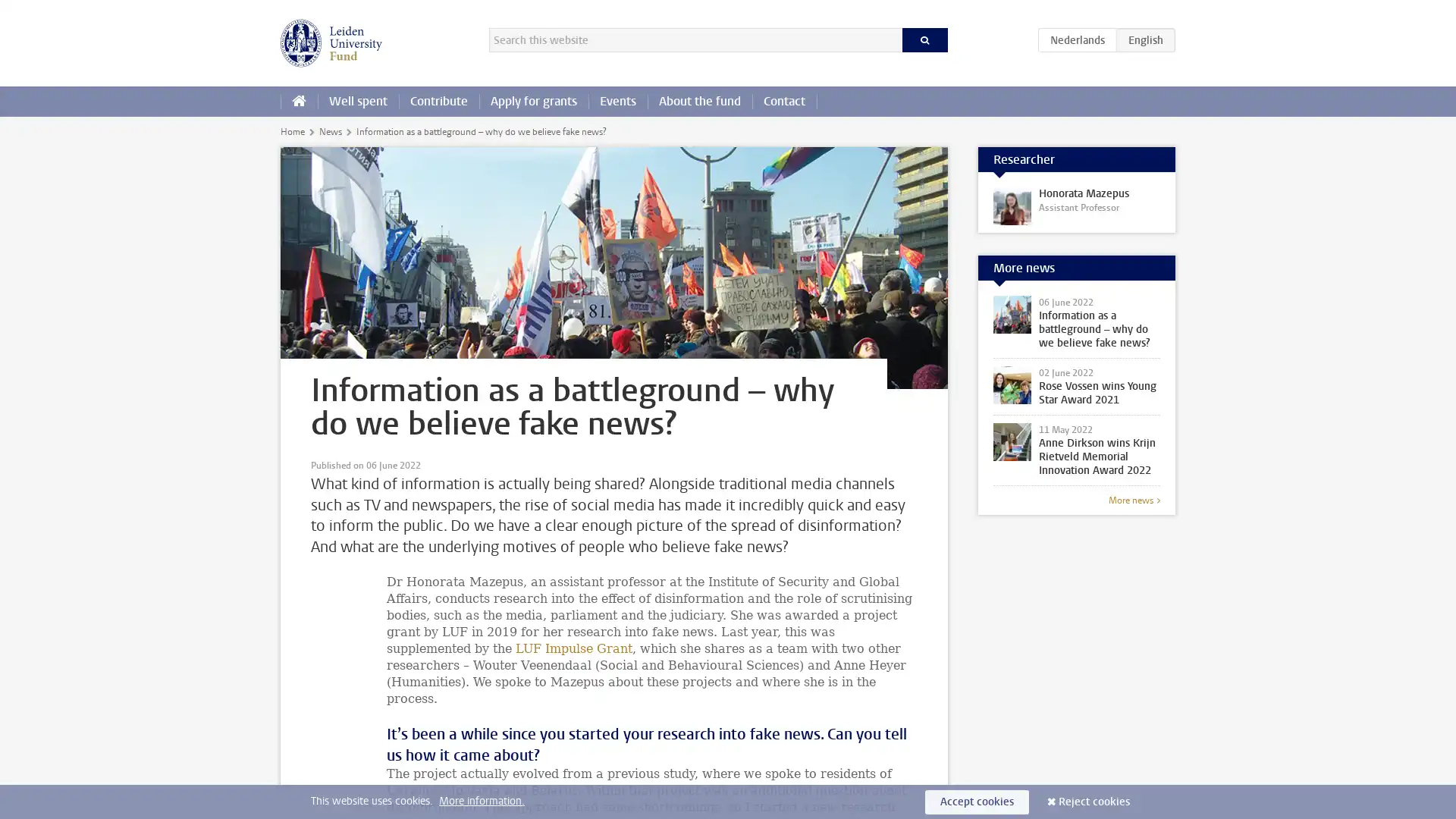  Describe the element at coordinates (924, 39) in the screenshot. I see `Search` at that location.